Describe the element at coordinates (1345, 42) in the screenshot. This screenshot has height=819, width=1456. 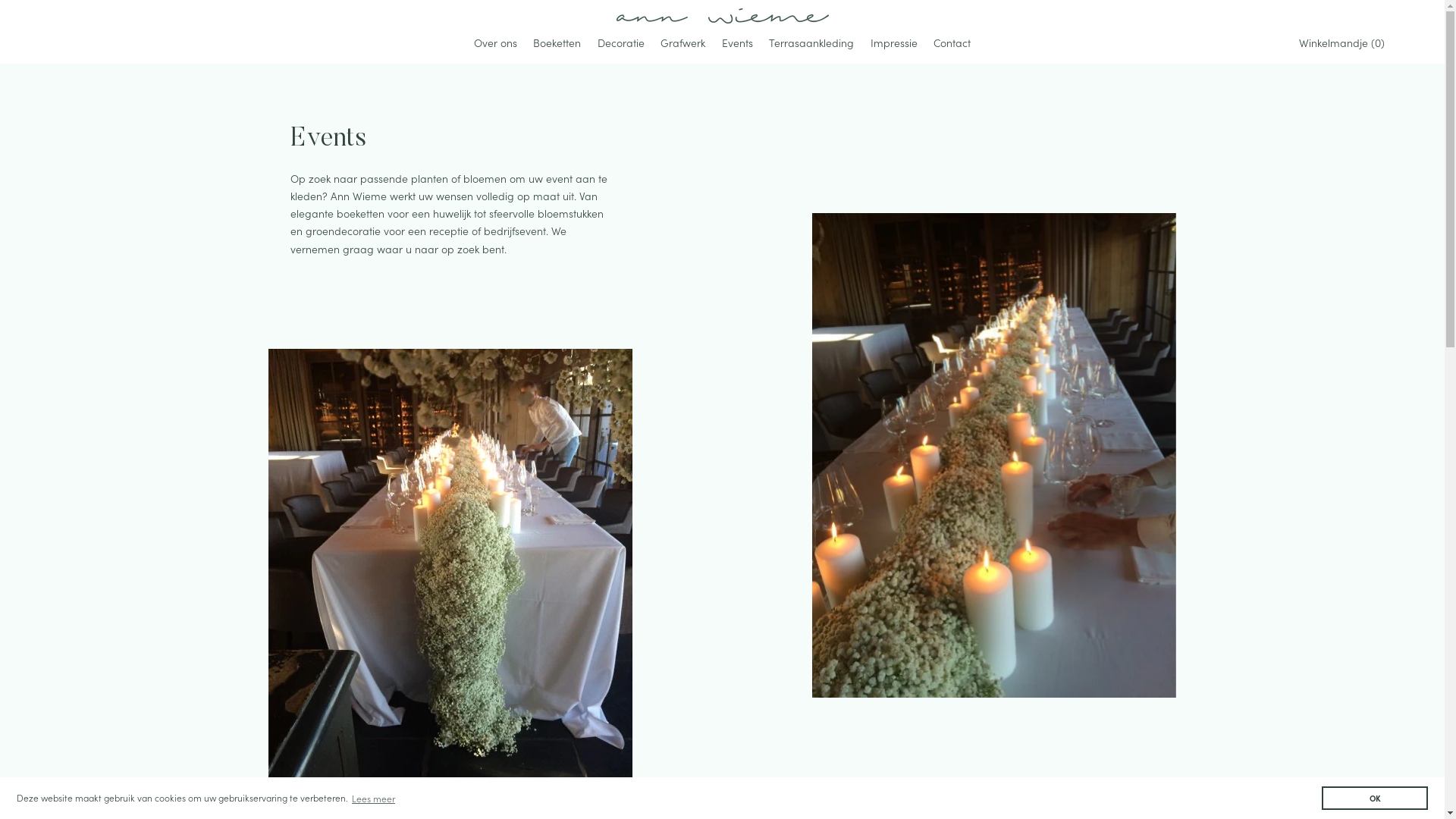
I see `'Winkelmandje (0)'` at that location.